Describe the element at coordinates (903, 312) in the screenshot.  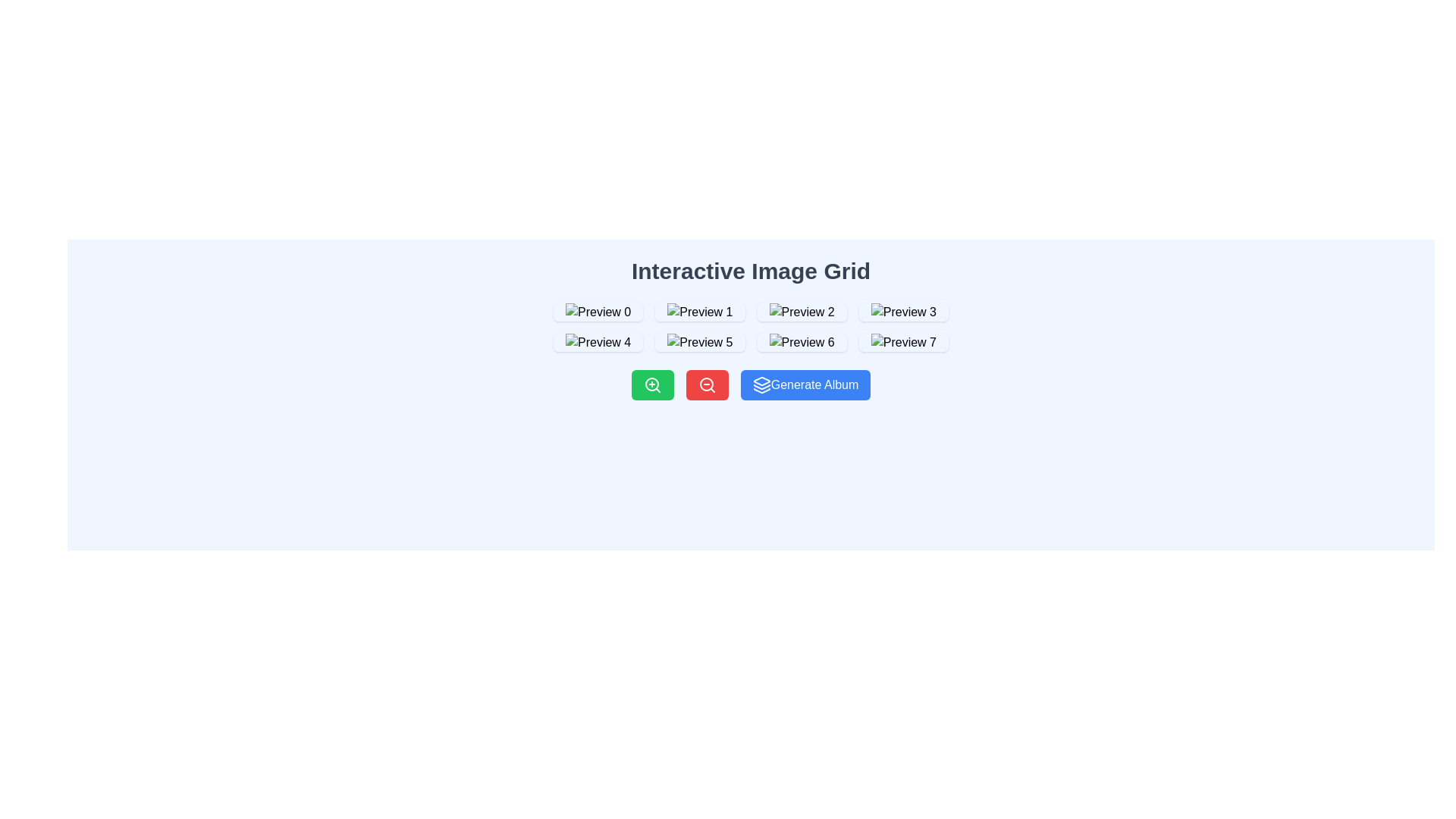
I see `the Image preview element labeled 'Preview 3', which is a small rectangular area with rounded corners and shadow styling, from its current position` at that location.